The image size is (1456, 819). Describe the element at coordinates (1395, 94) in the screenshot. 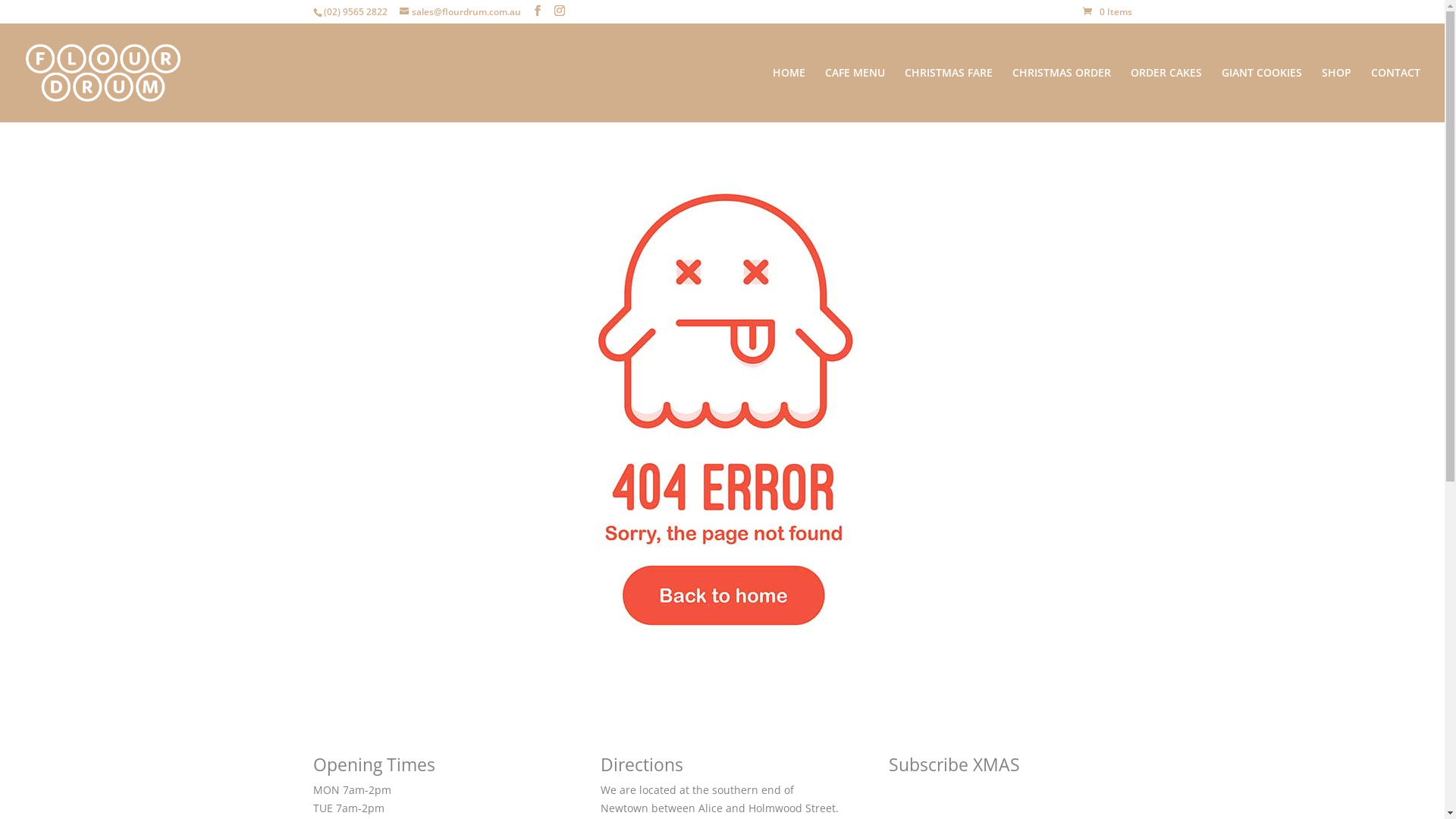

I see `'CONTACT'` at that location.